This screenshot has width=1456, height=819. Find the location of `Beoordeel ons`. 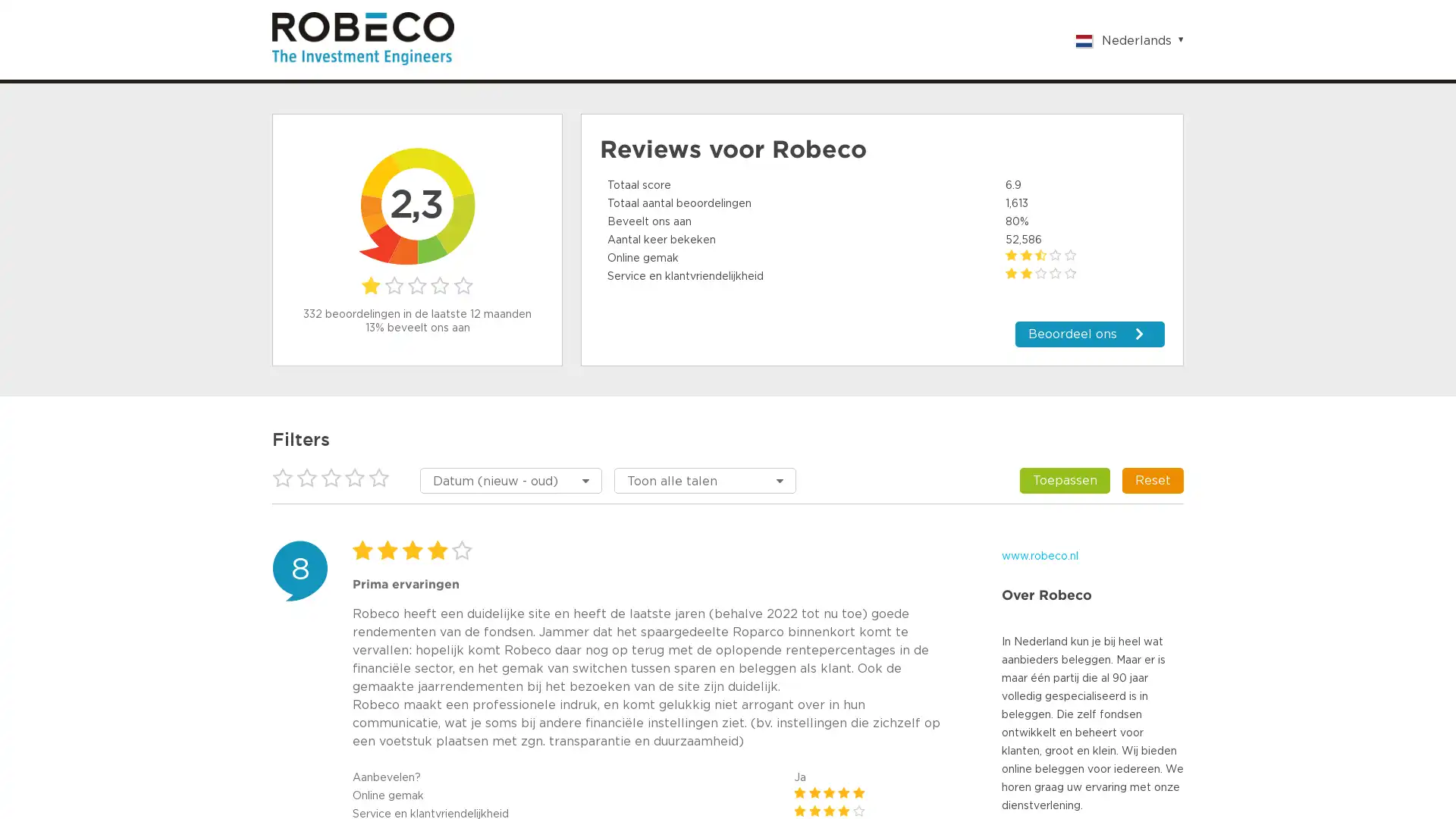

Beoordeel ons is located at coordinates (1088, 333).